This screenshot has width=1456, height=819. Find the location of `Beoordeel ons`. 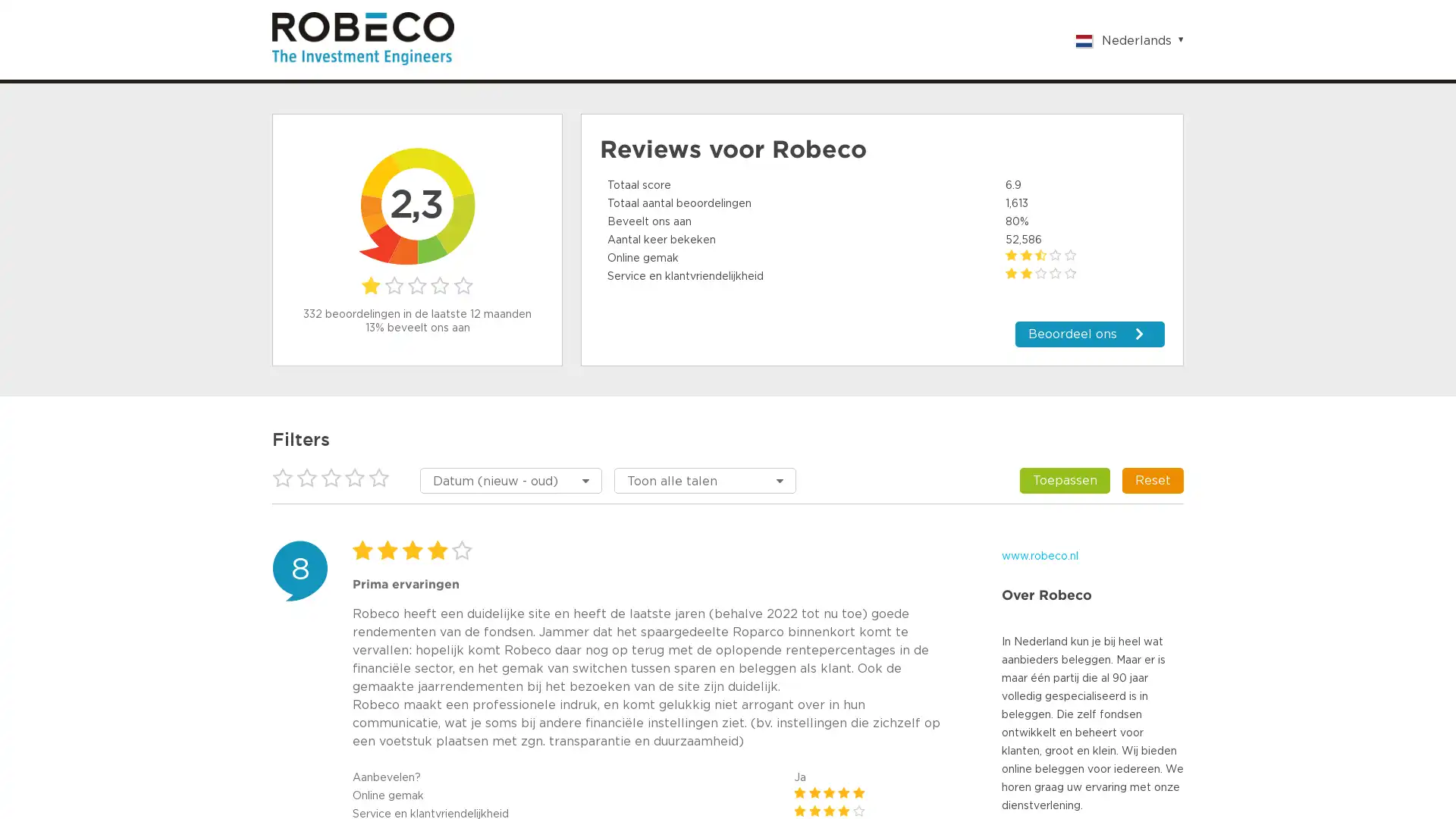

Beoordeel ons is located at coordinates (1088, 333).